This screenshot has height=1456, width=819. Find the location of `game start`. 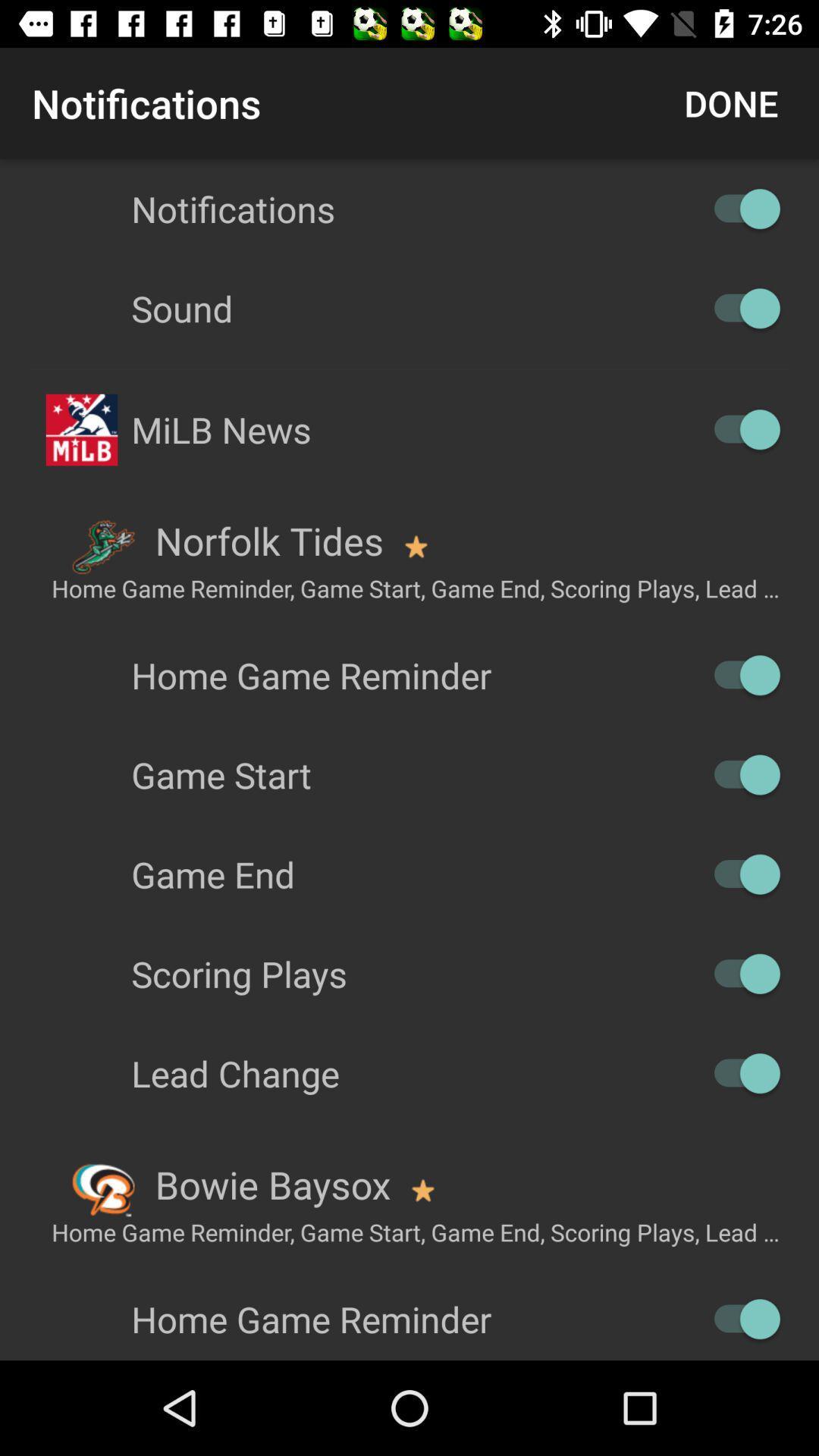

game start is located at coordinates (739, 774).